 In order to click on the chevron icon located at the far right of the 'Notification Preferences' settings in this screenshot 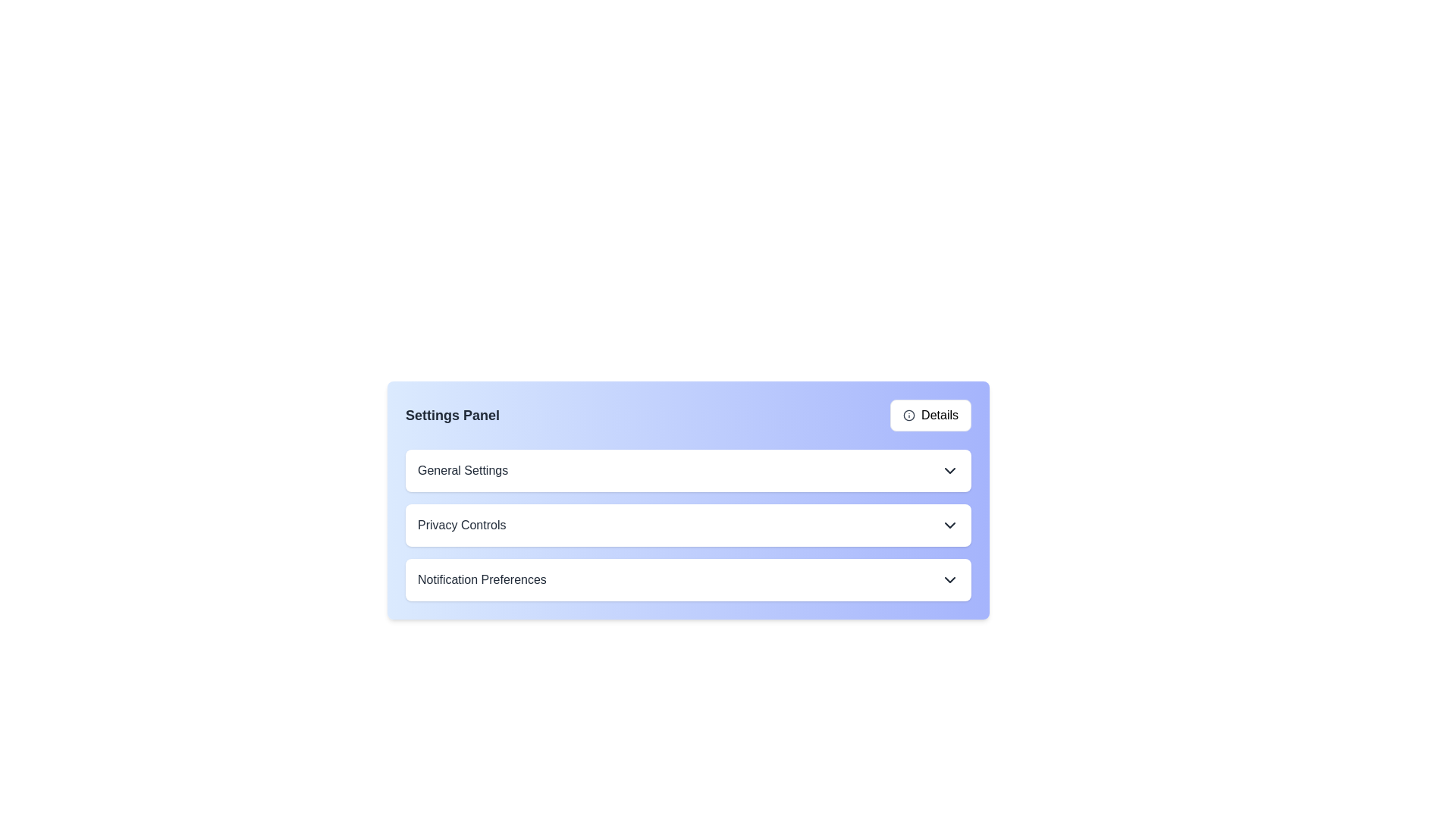, I will do `click(949, 579)`.